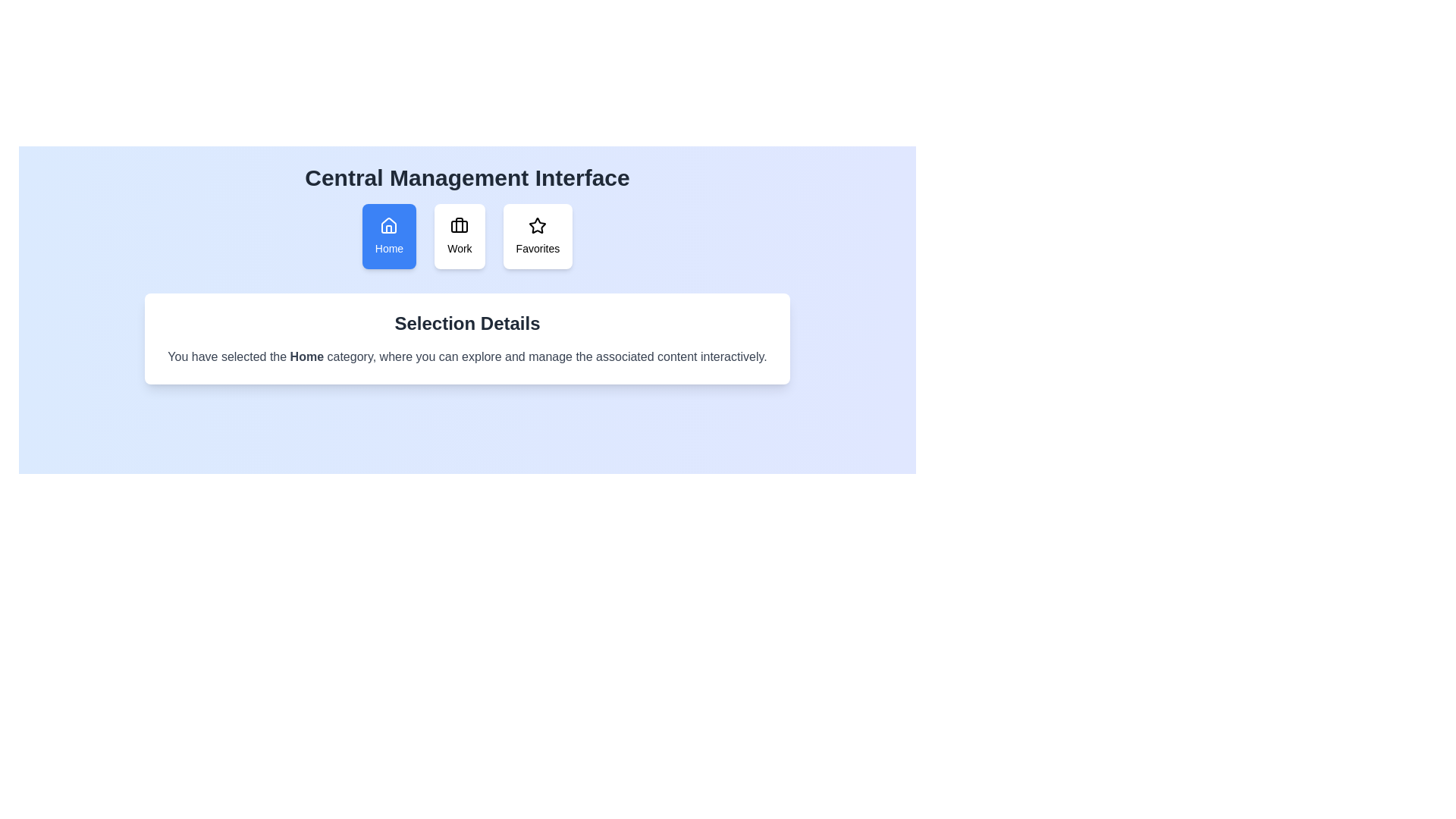 This screenshot has height=819, width=1456. I want to click on the 'Home' icon element which serves as an indicator for the 'Home' category located within the top left card among three similar cards, so click(389, 225).